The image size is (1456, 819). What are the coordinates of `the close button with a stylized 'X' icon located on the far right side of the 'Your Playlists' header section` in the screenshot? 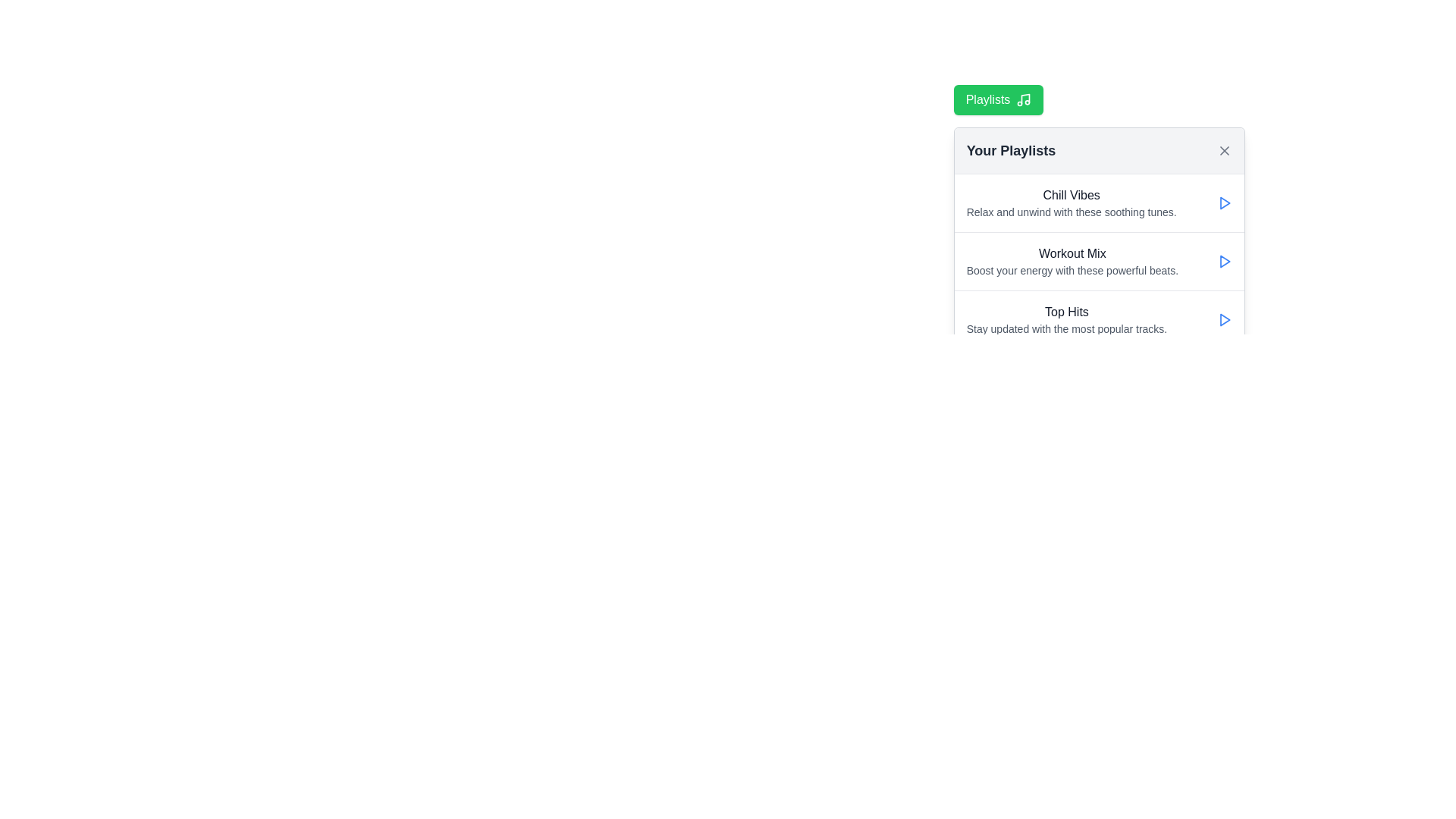 It's located at (1224, 151).